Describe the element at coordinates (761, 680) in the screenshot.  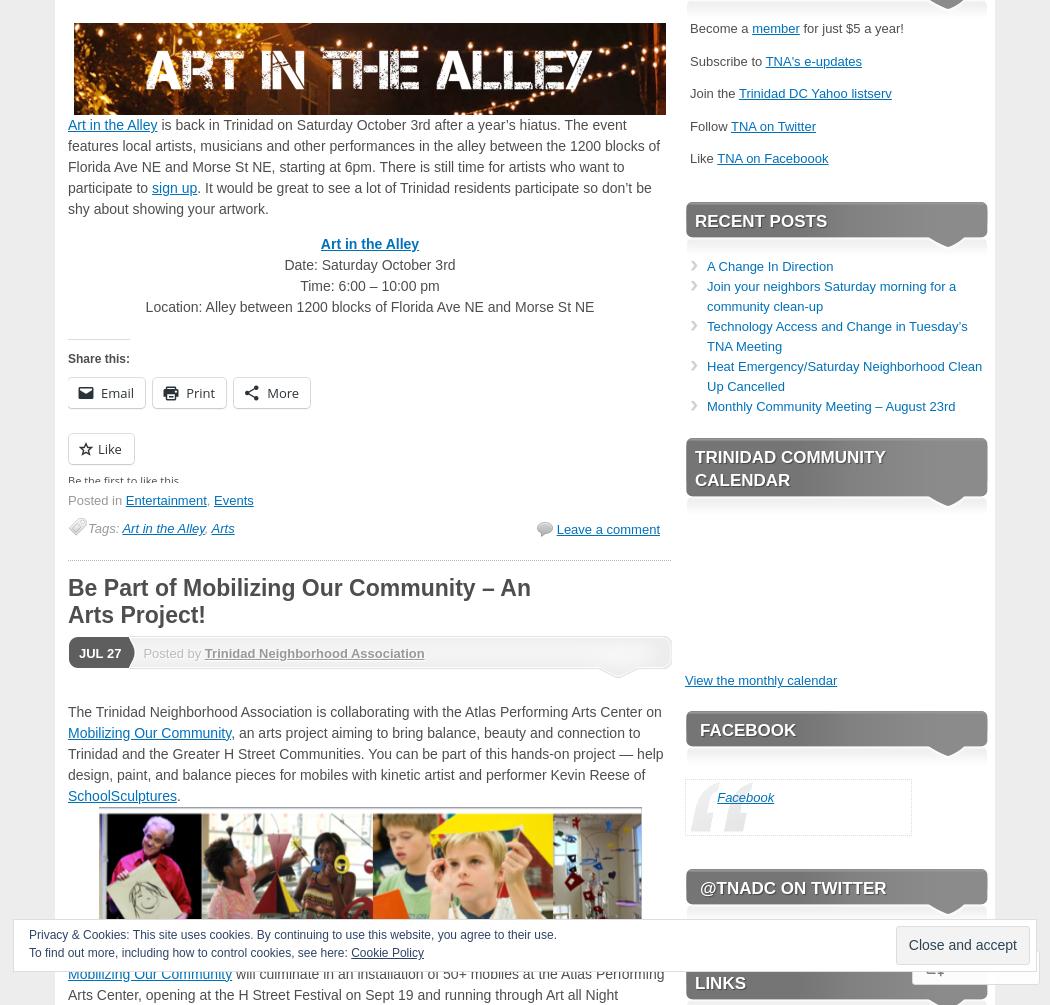
I see `'View the monthly calendar'` at that location.